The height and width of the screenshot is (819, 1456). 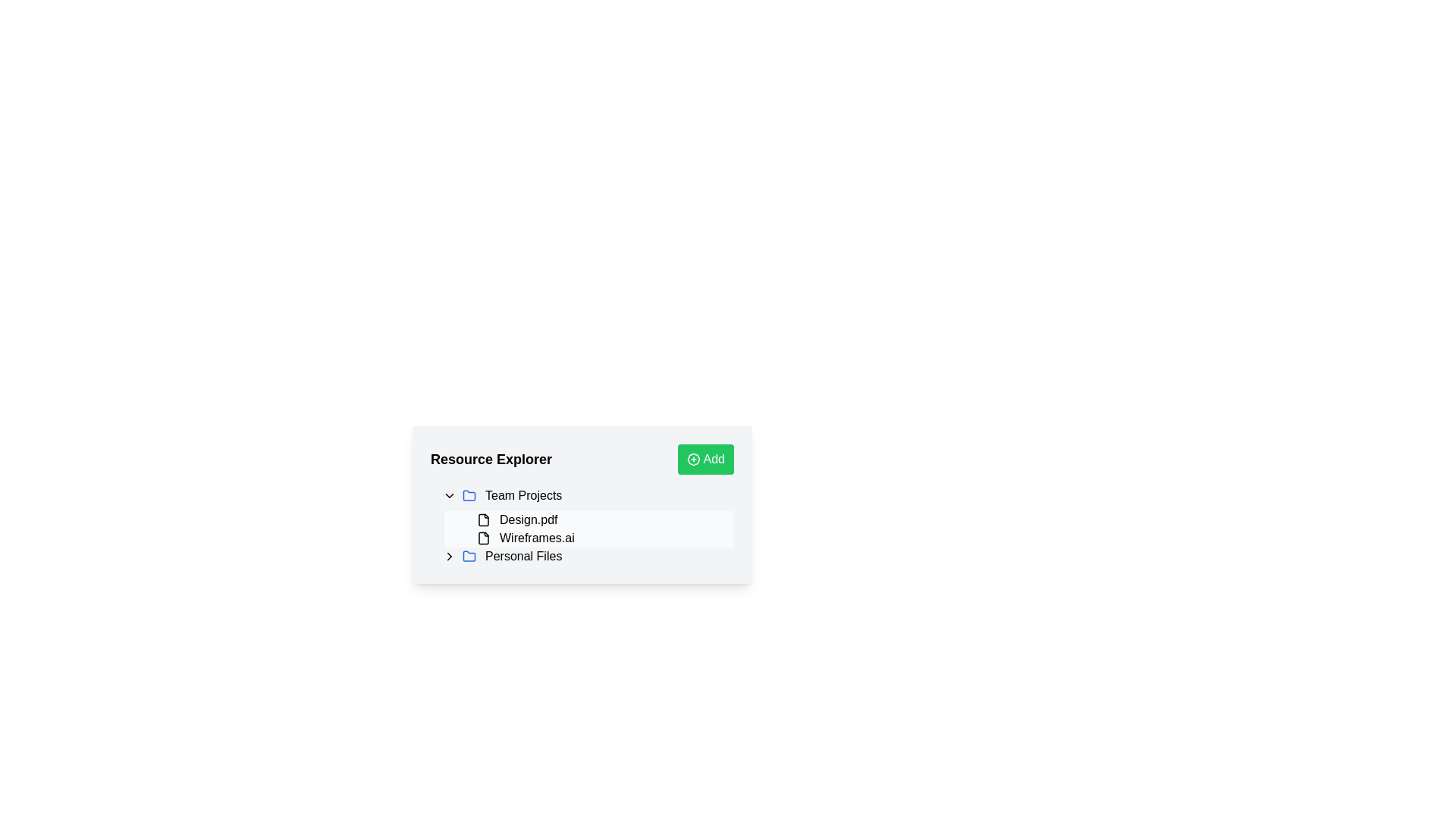 I want to click on the 'Personal Files' folder element in the Resource Explorer, so click(x=588, y=556).